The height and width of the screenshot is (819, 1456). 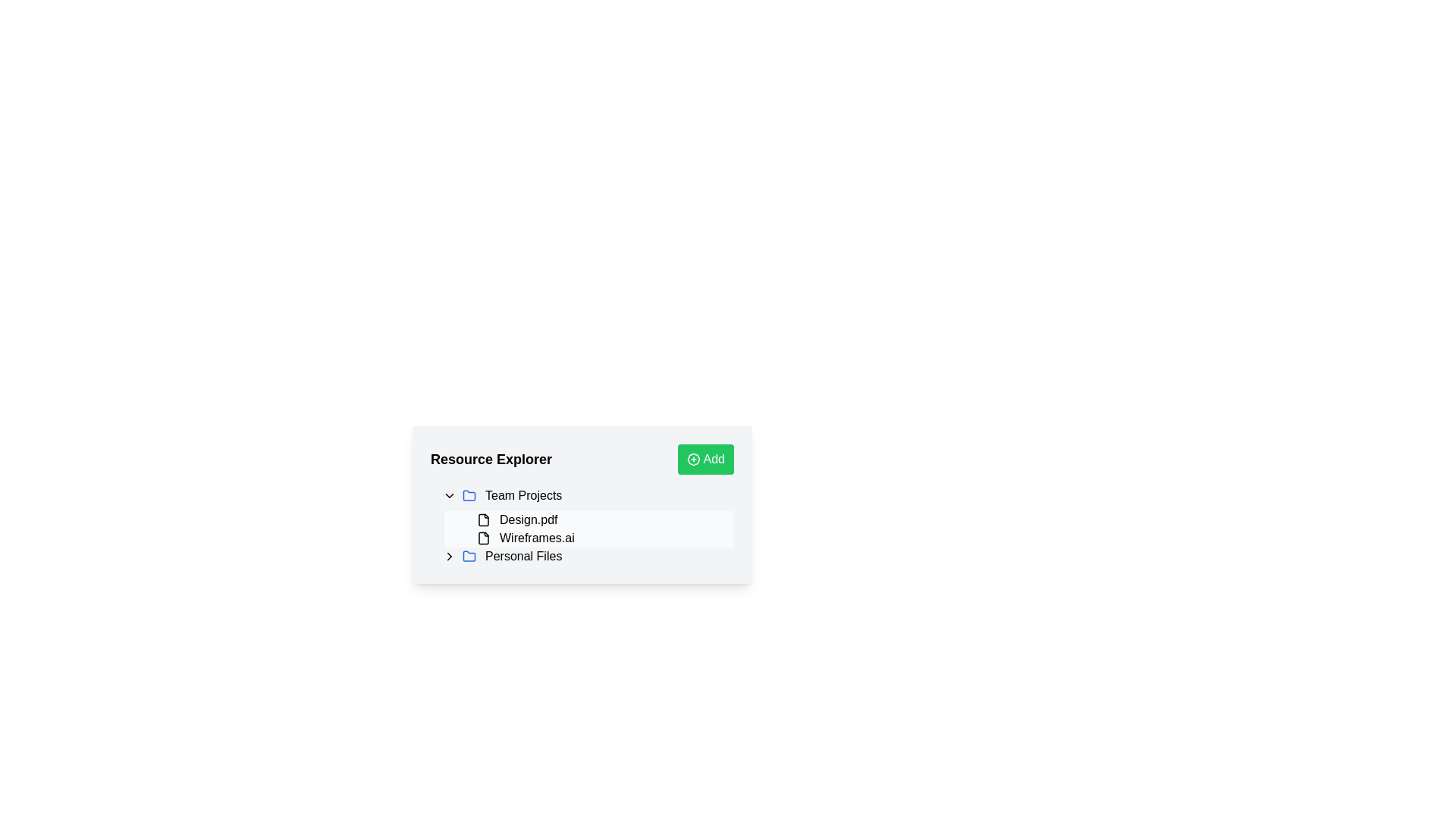 I want to click on the 'Personal Files' folder element in the Resource Explorer, so click(x=588, y=556).